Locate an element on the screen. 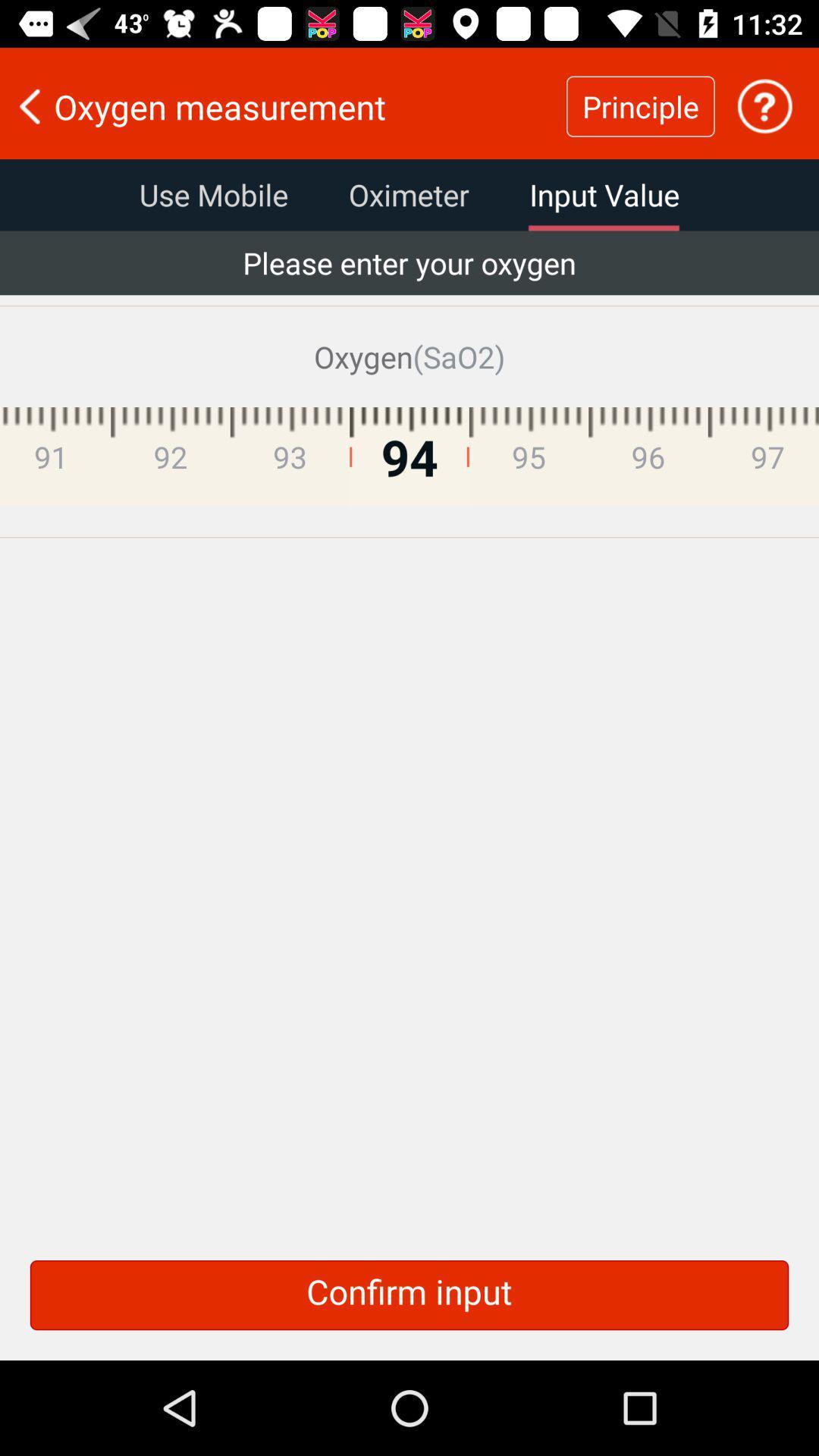 This screenshot has height=1456, width=819. item next to oximeter is located at coordinates (604, 194).